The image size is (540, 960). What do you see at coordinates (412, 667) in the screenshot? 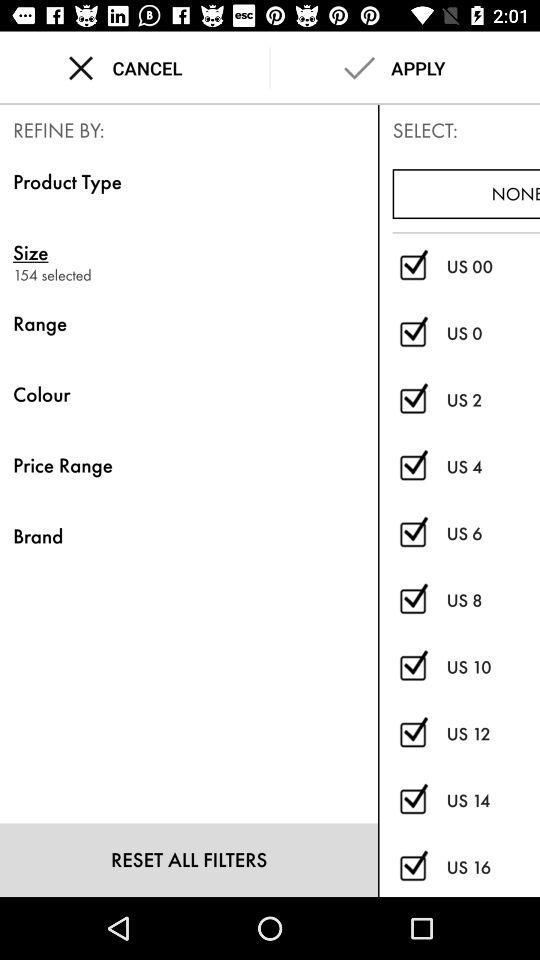
I see `us 10` at bounding box center [412, 667].